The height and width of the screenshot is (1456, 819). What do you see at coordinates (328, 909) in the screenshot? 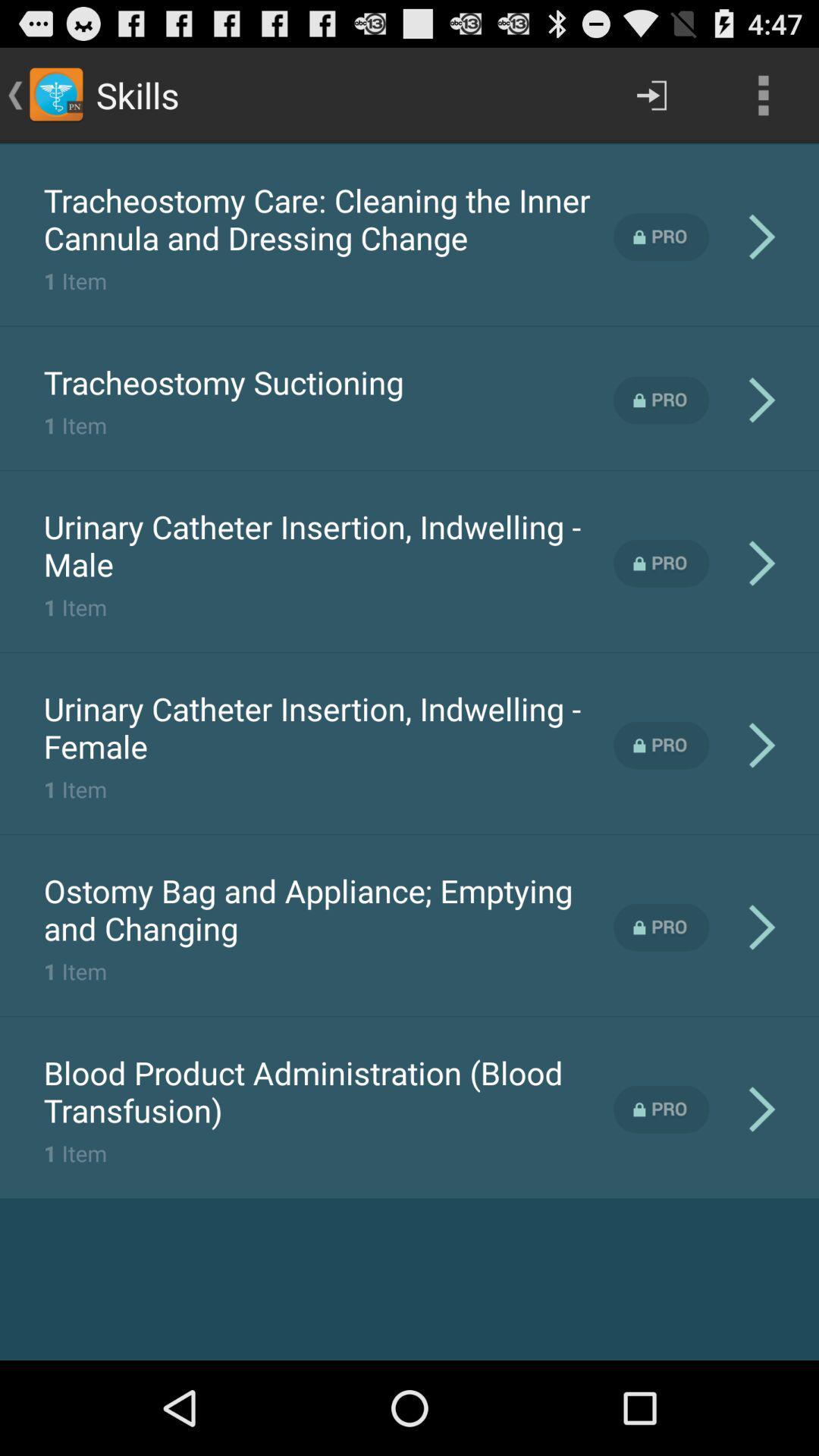
I see `app below 1 item app` at bounding box center [328, 909].